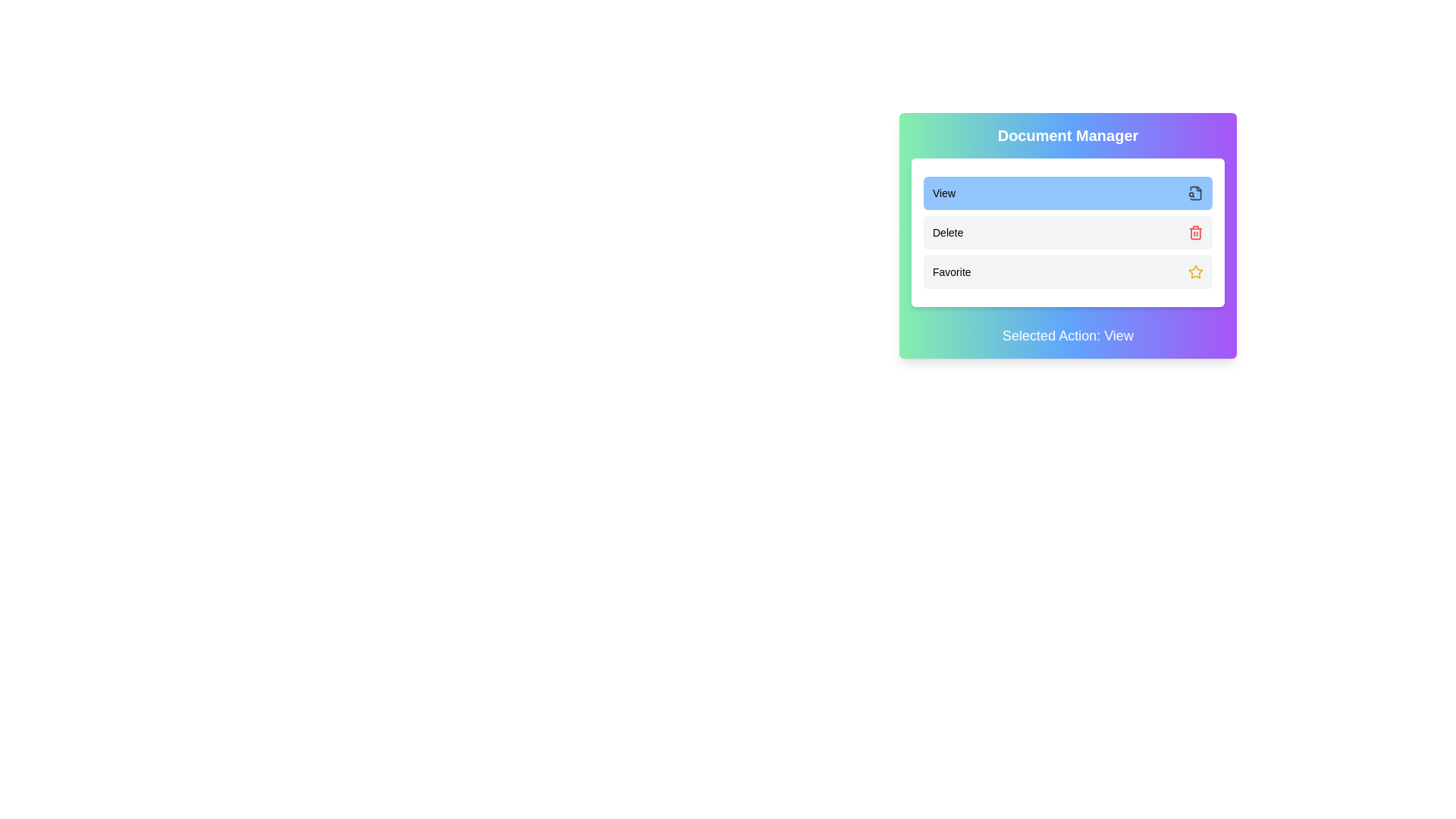  I want to click on the action Favorite by clicking the corresponding button, so click(1067, 271).